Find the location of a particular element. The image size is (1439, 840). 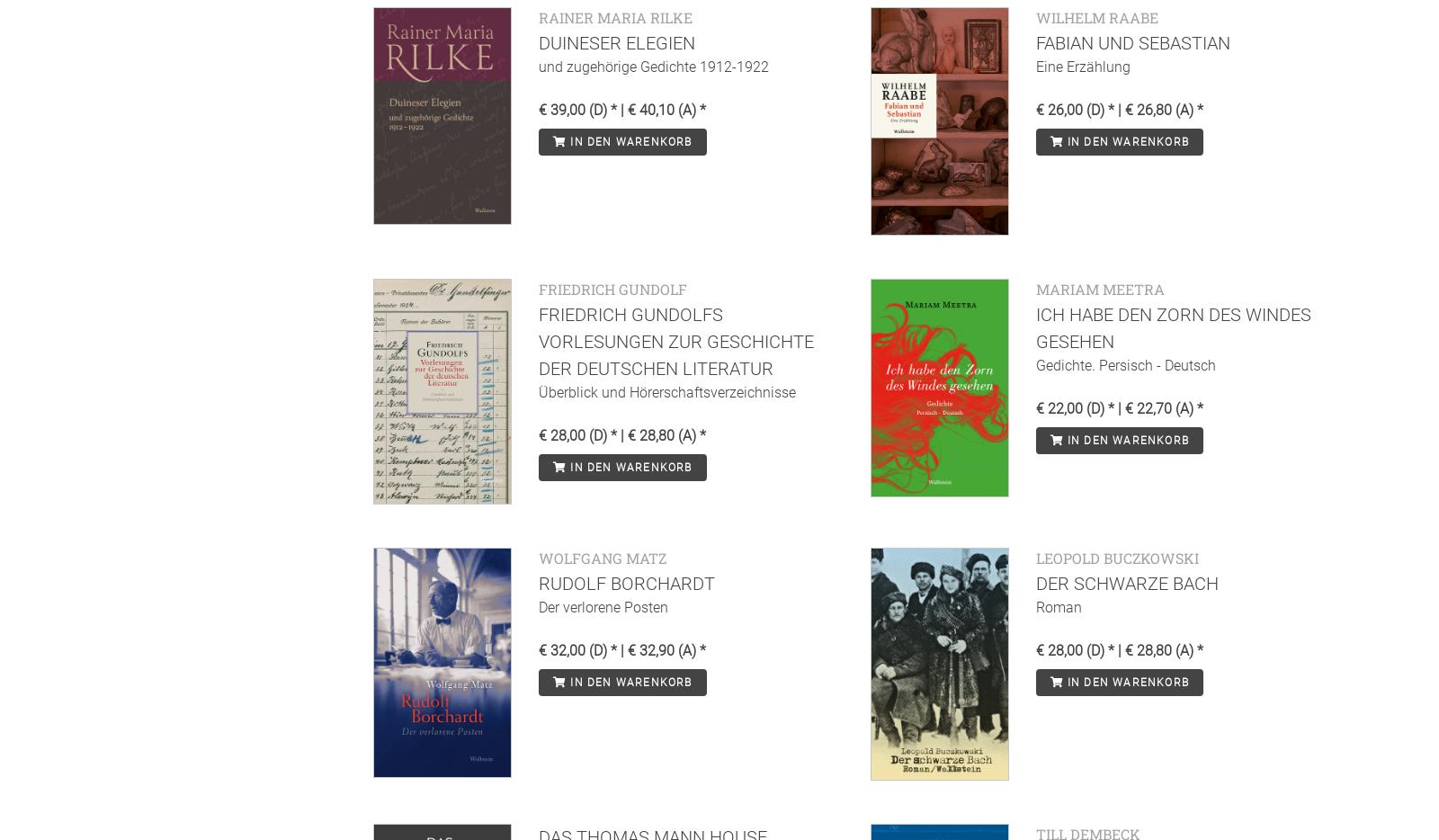

'€ 26,00 (D) * | € 26,80 (A) *' is located at coordinates (1118, 108).